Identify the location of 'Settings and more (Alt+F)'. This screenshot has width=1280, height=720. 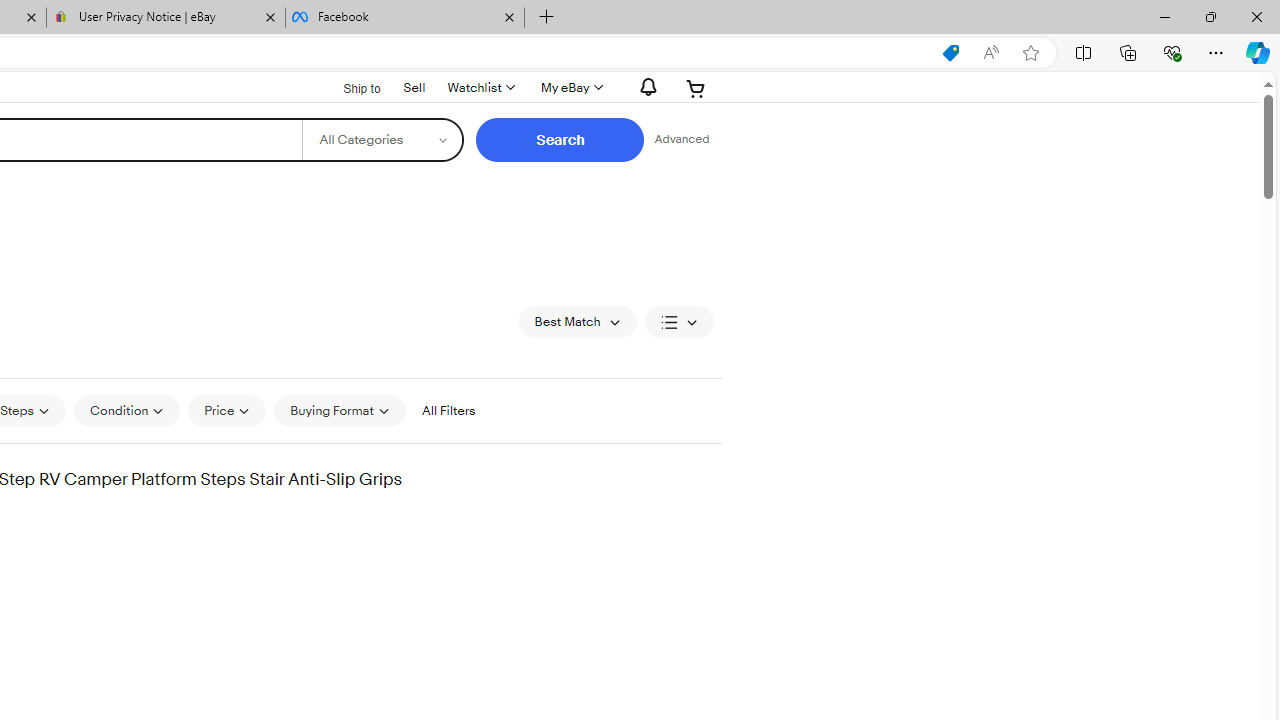
(1215, 51).